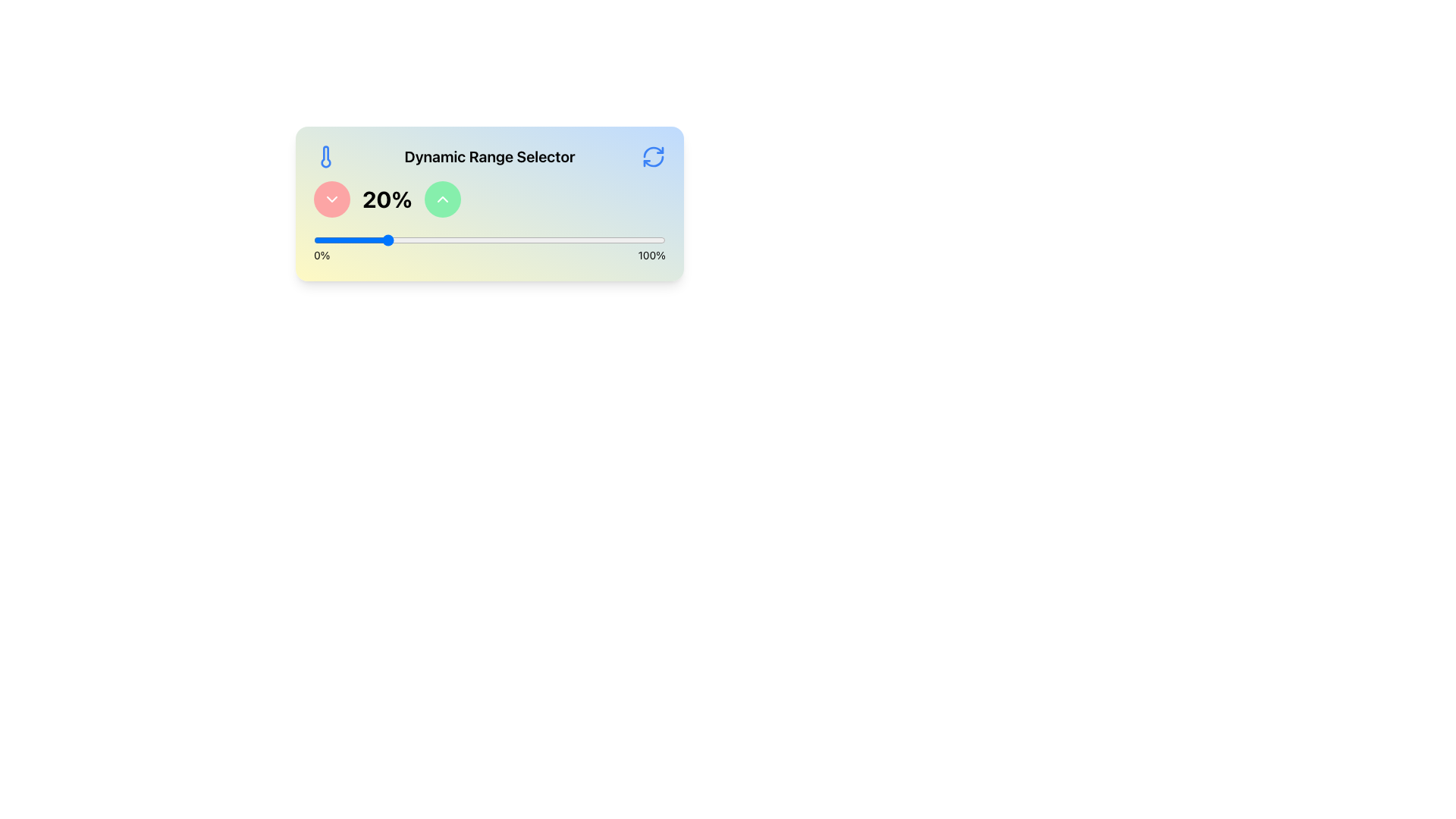 The height and width of the screenshot is (819, 1456). Describe the element at coordinates (331, 198) in the screenshot. I see `the downward-pointing chevron icon within the circular button with a reddish background` at that location.